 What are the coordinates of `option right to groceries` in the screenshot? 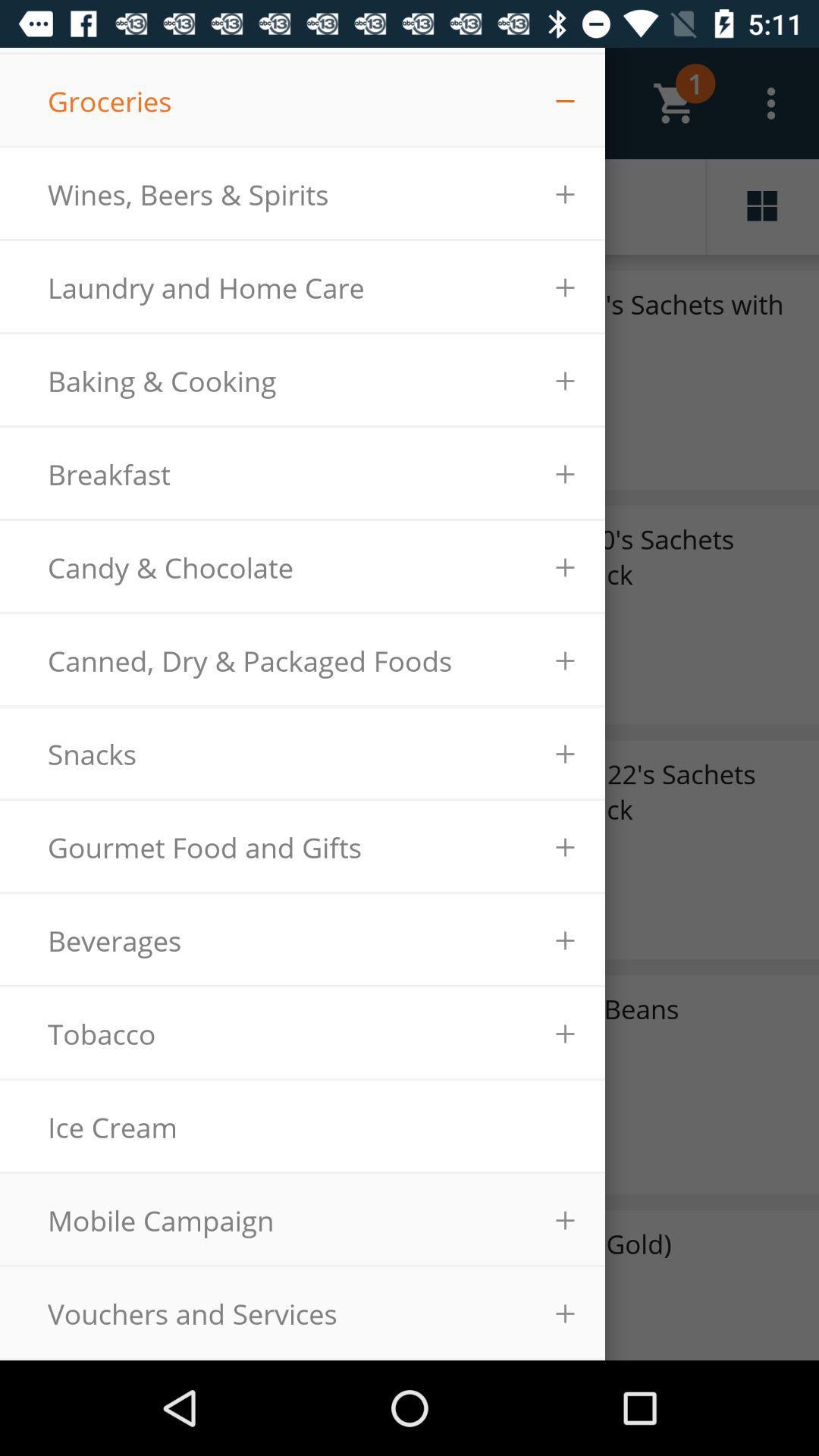 It's located at (580, 102).